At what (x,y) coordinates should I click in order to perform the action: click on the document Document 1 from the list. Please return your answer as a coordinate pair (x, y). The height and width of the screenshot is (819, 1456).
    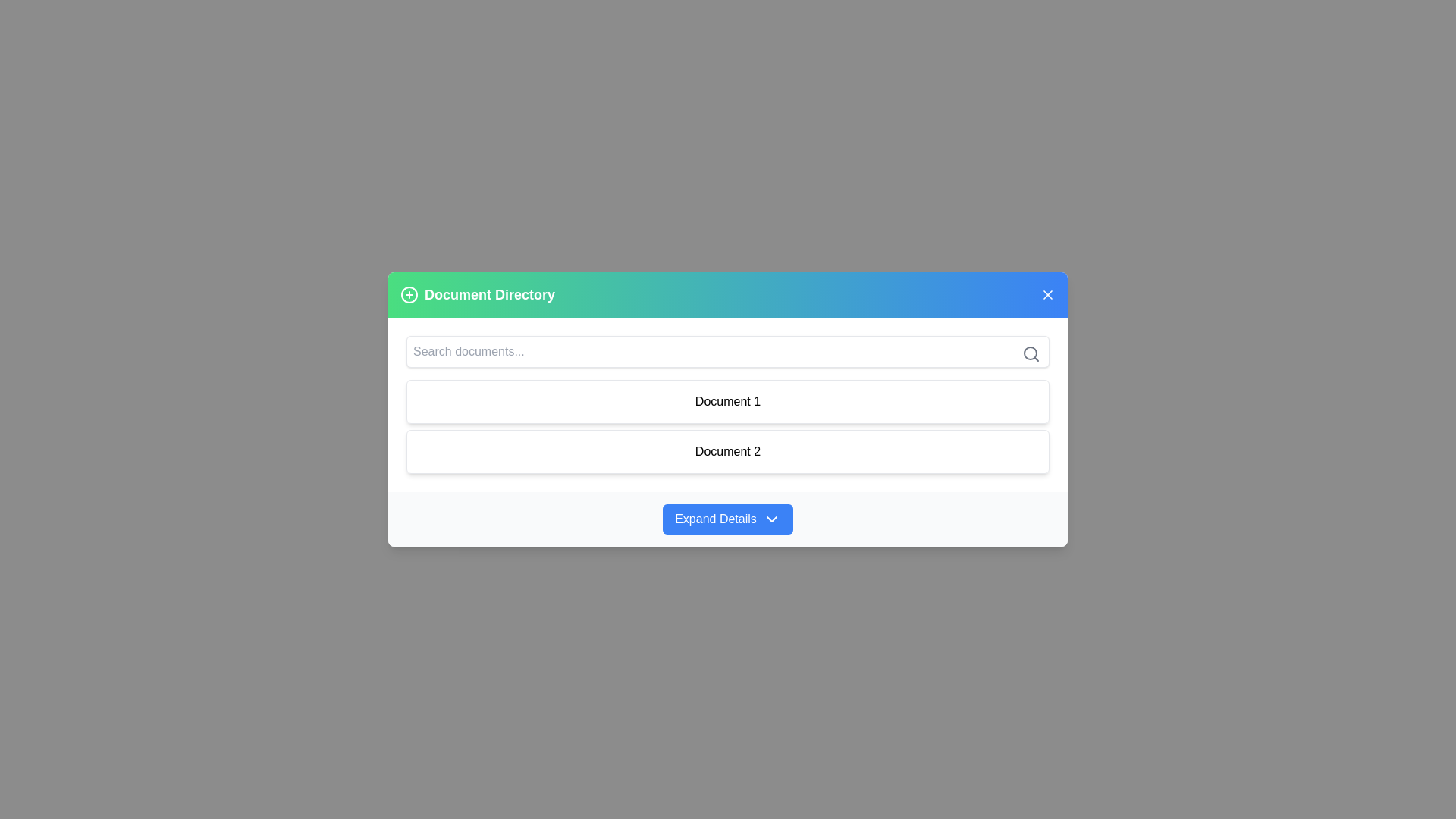
    Looking at the image, I should click on (728, 400).